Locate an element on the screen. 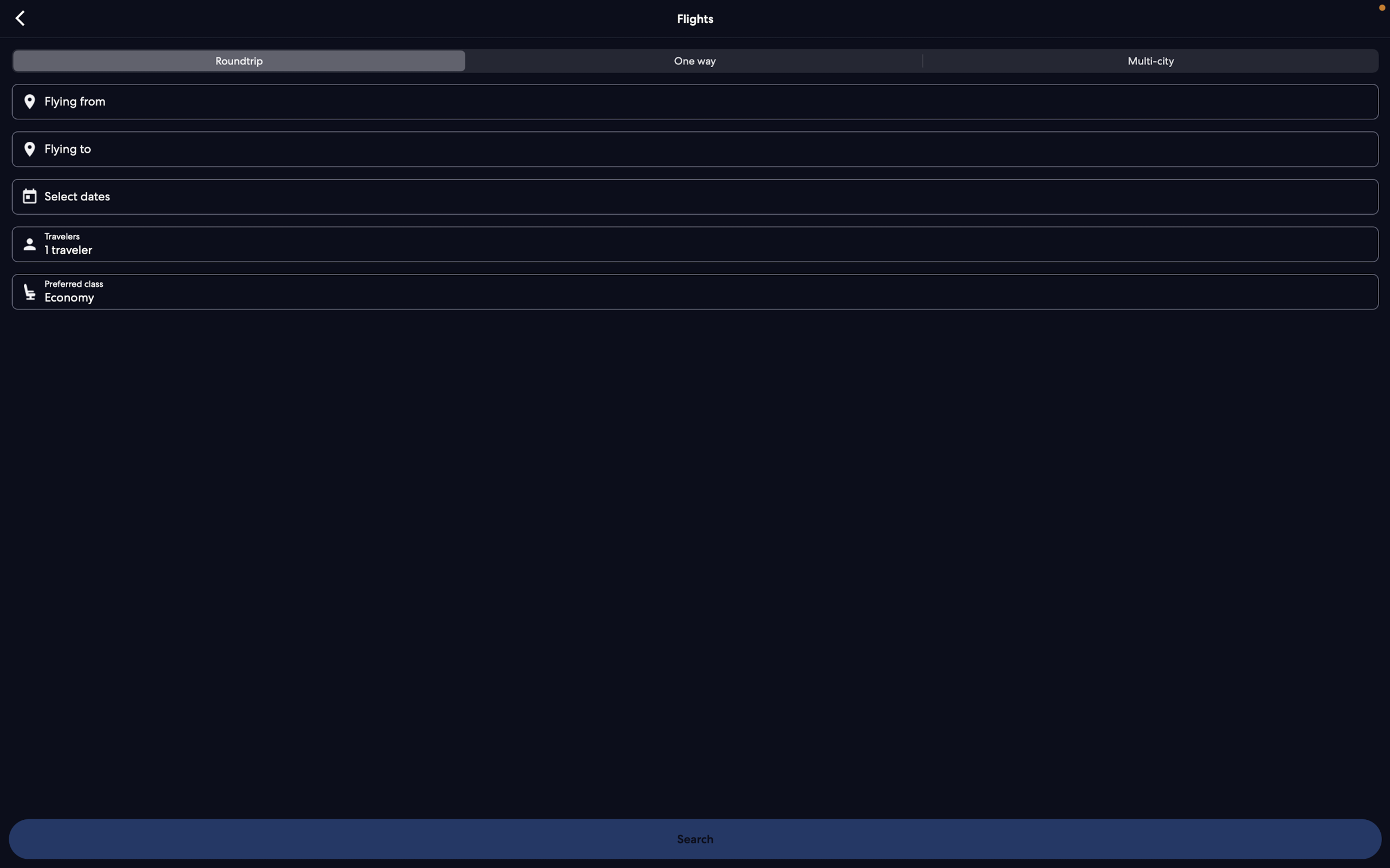  the travel dates is located at coordinates (699, 195).